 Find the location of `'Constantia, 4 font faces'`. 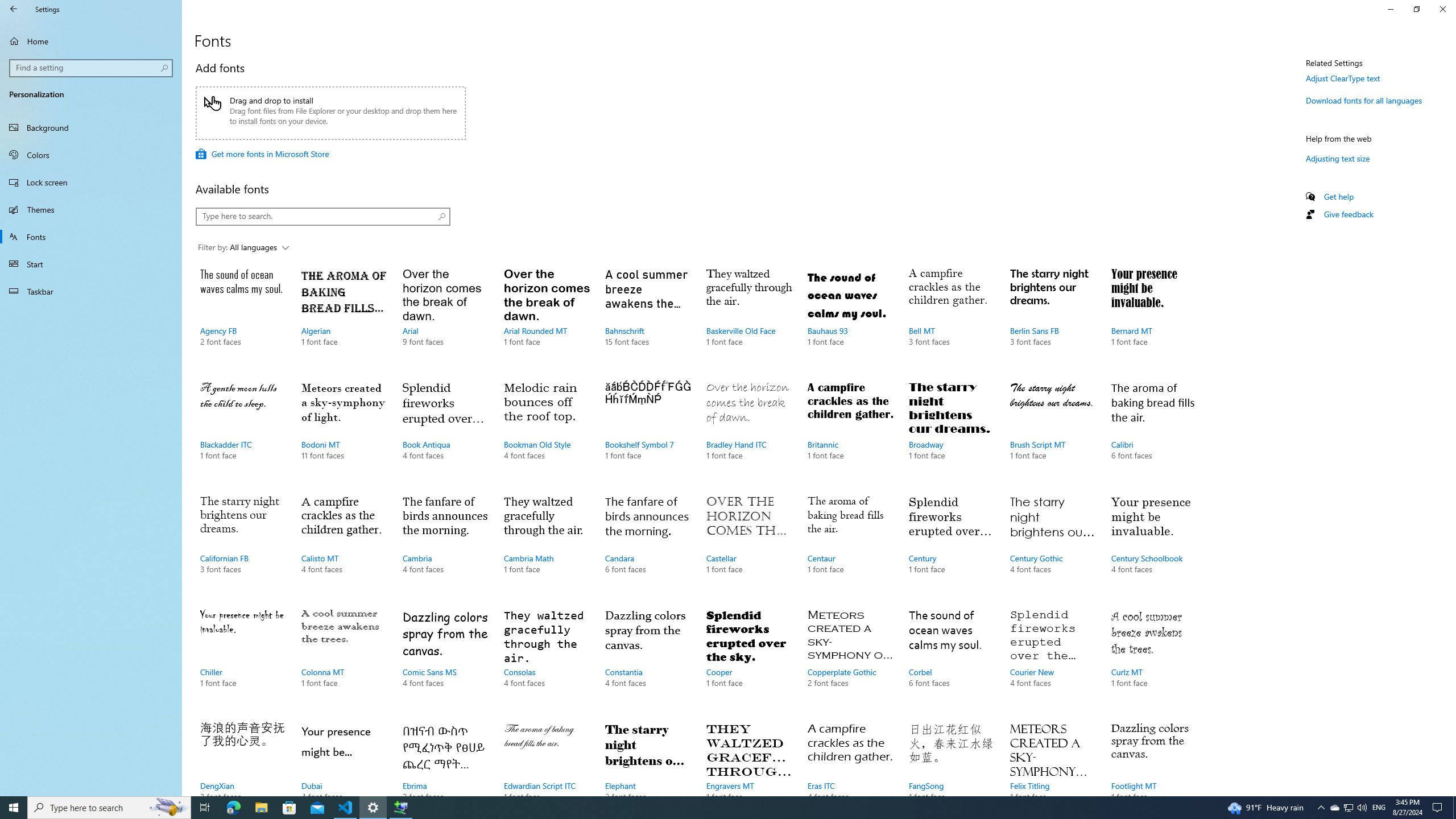

'Constantia, 4 font faces' is located at coordinates (647, 659).